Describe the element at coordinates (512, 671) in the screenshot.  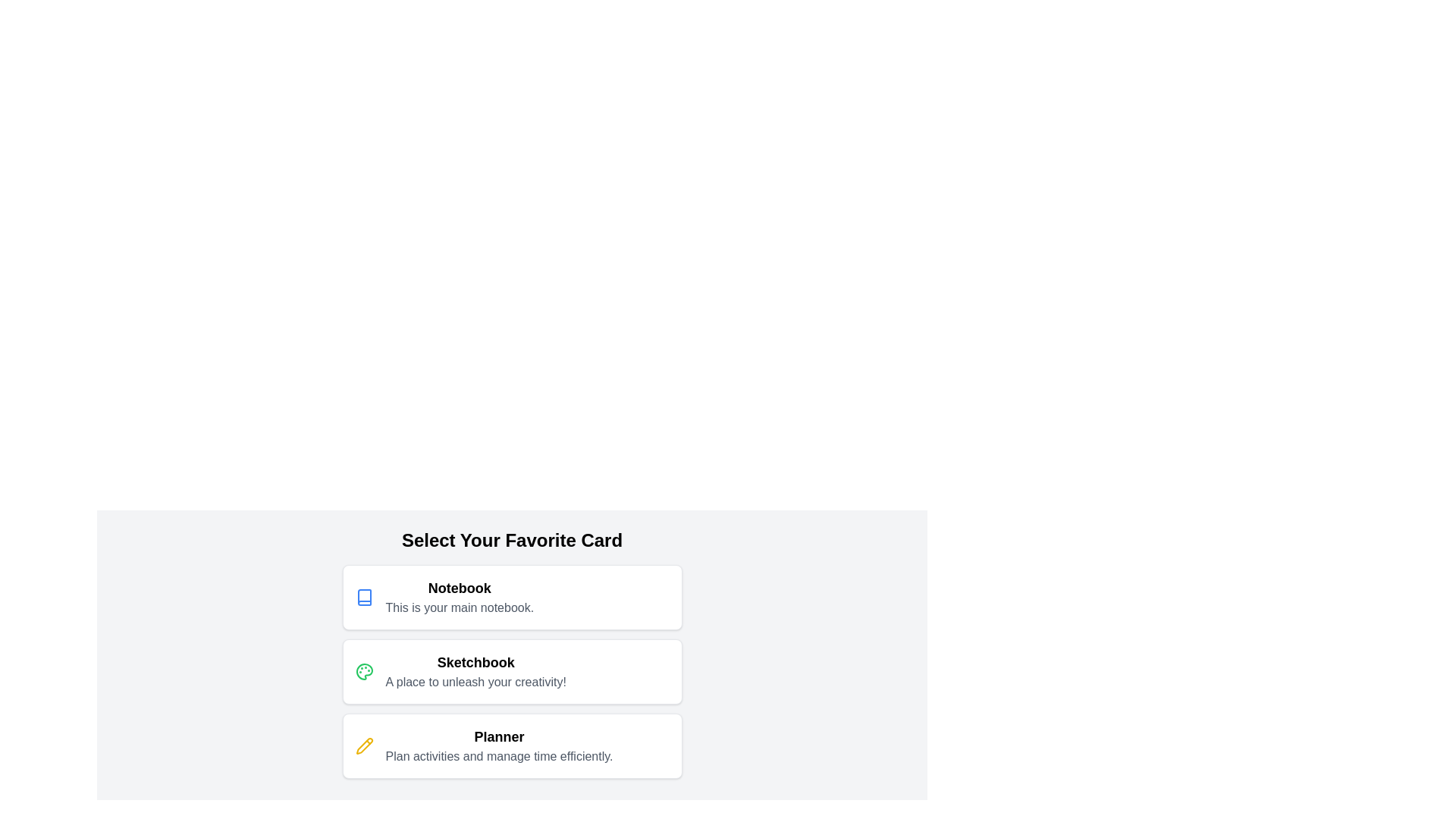
I see `the List item with the bold heading 'Sketchbook' and subtext 'A place to unleash your creativity!'` at that location.